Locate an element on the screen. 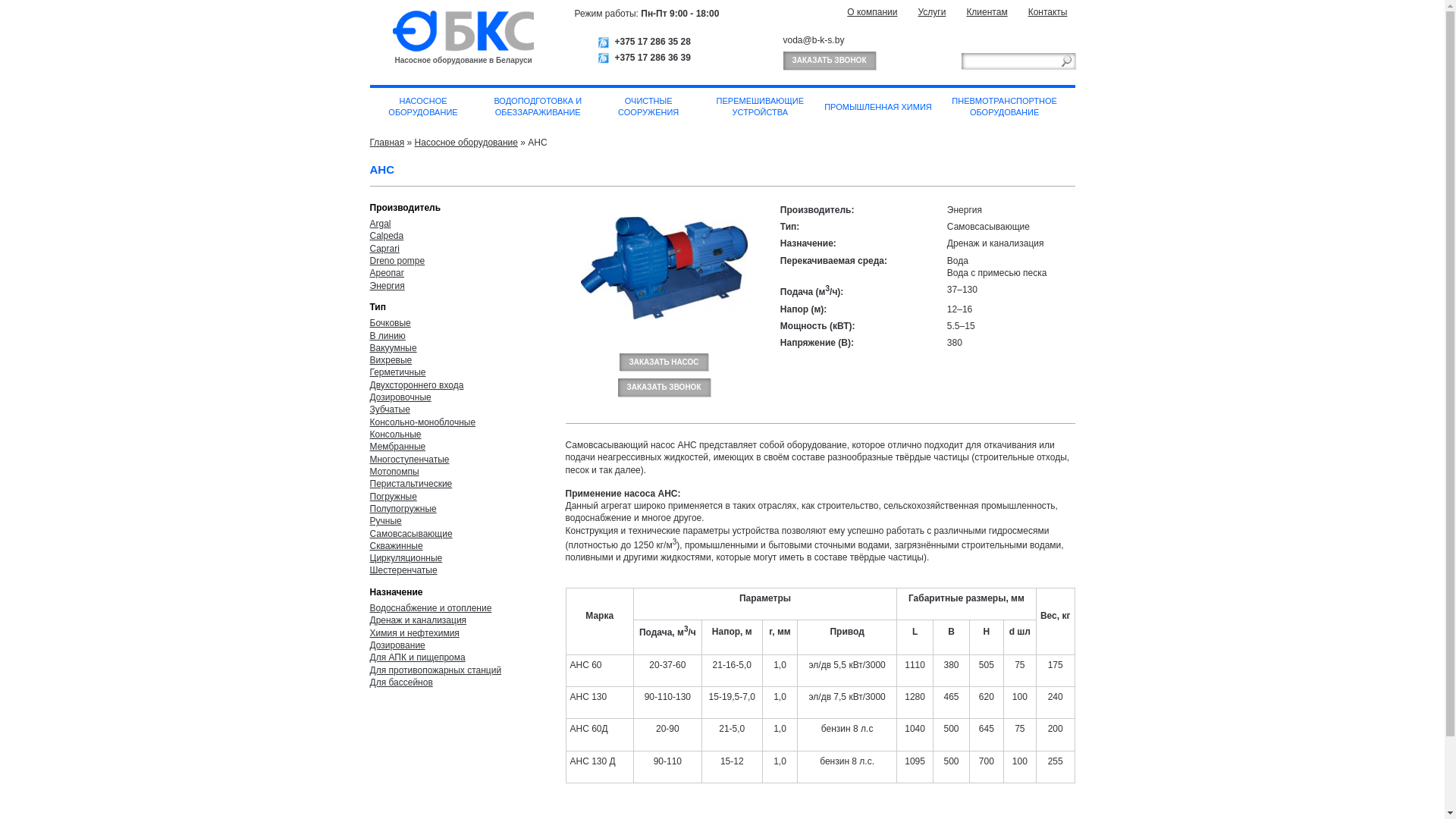 The width and height of the screenshot is (1456, 819). 'Caprari' is located at coordinates (384, 247).